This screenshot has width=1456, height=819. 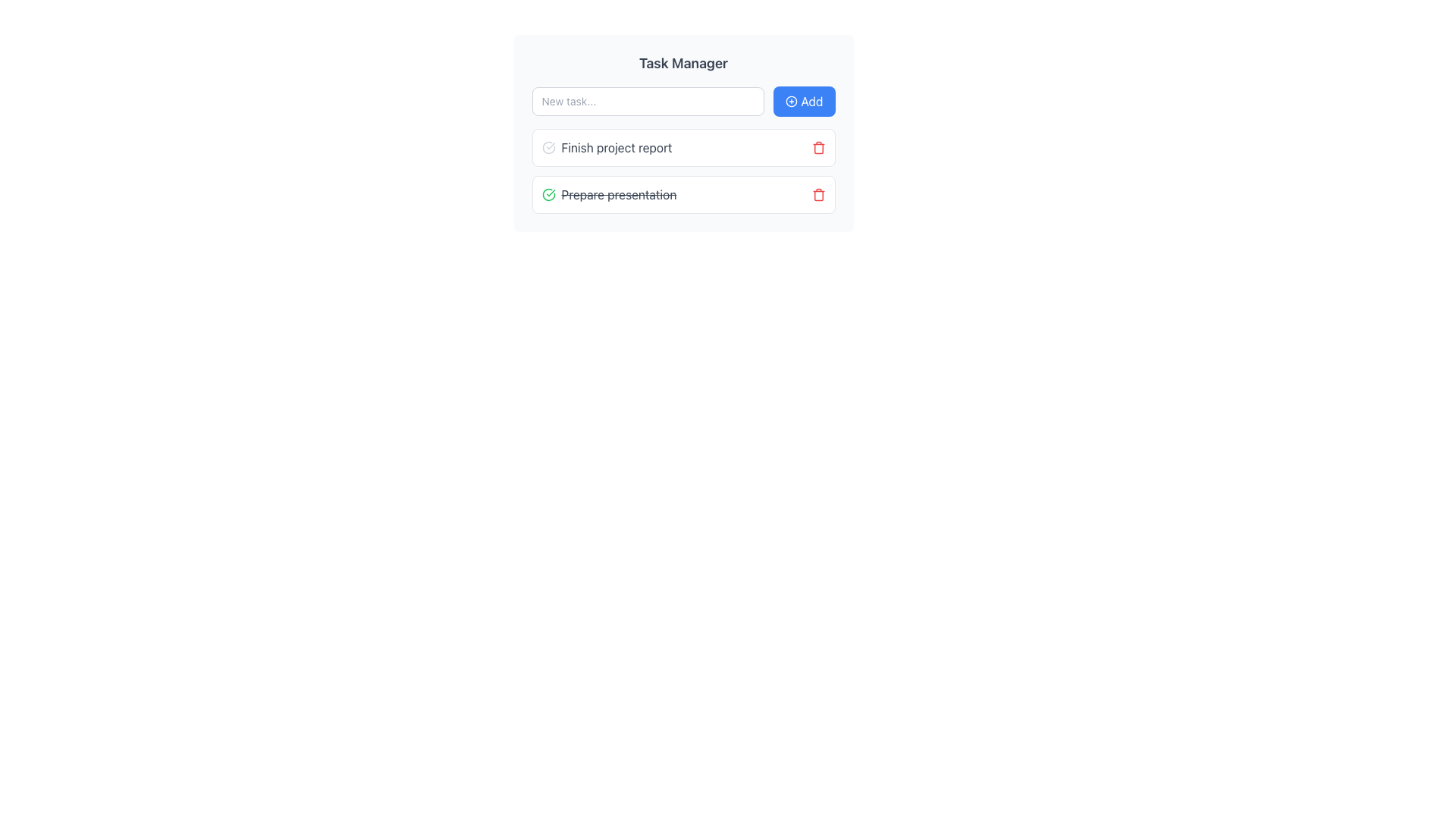 I want to click on the status indicator icon for the task 'Finish project report', so click(x=548, y=148).